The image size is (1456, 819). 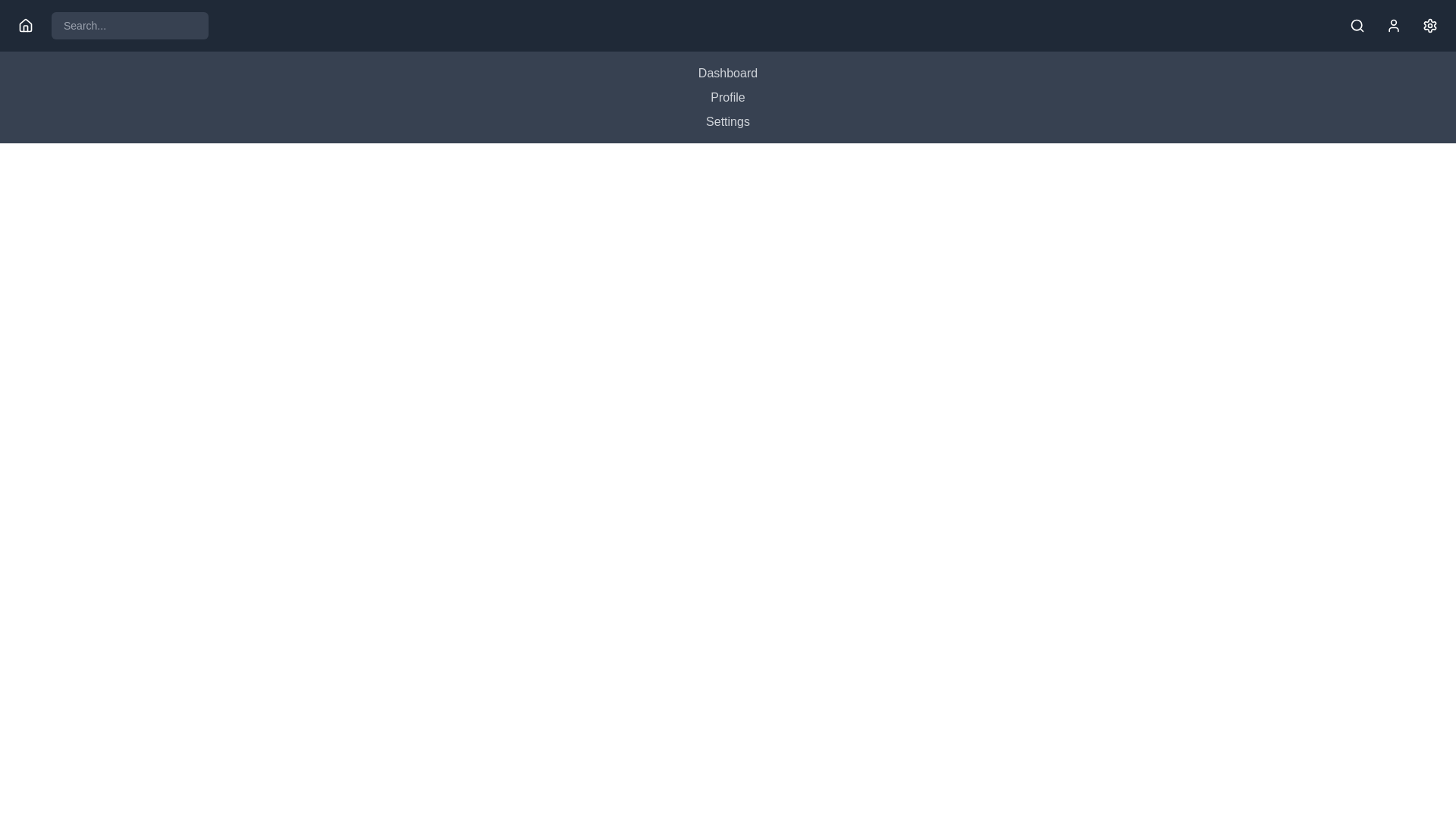 What do you see at coordinates (1394, 26) in the screenshot?
I see `the user profile icon located at the upper-right corner of the header, which is the second icon in a group of three, for tooltip or visual feedback` at bounding box center [1394, 26].